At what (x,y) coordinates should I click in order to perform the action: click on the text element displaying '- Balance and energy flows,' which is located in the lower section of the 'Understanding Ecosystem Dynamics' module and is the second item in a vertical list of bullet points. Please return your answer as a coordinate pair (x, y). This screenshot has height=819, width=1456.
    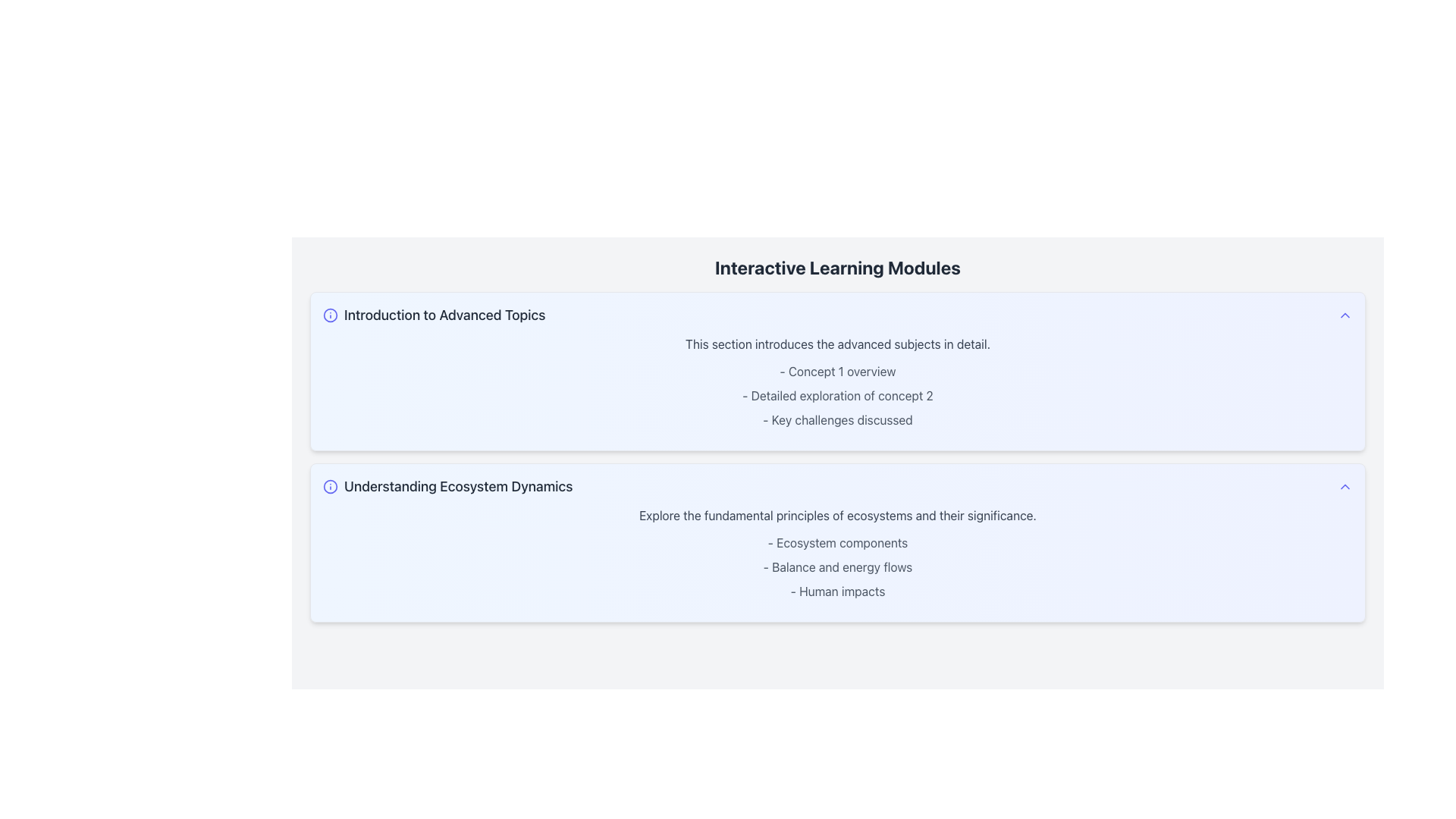
    Looking at the image, I should click on (836, 567).